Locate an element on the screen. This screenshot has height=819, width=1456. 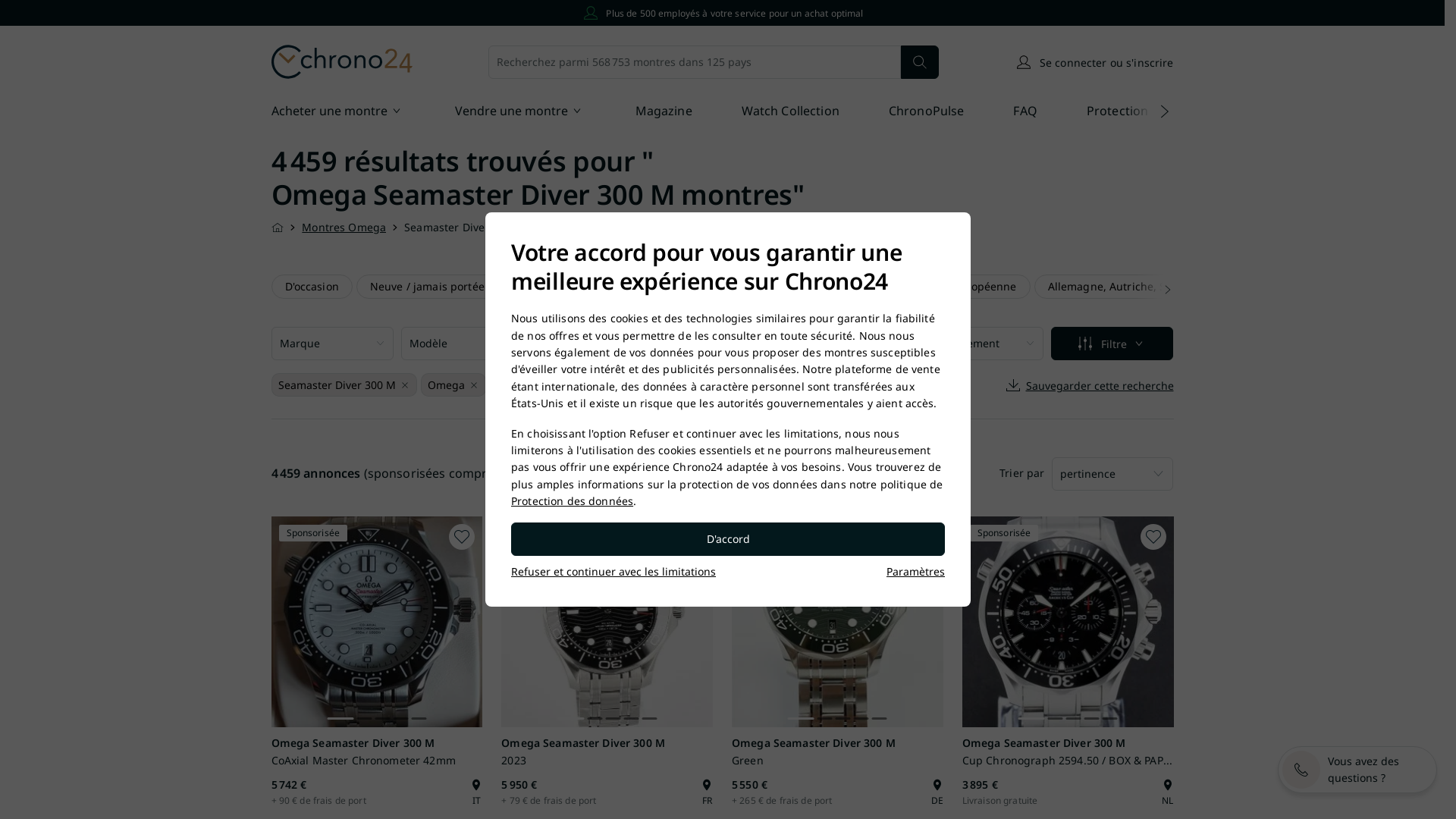
'FR' is located at coordinates (705, 791).